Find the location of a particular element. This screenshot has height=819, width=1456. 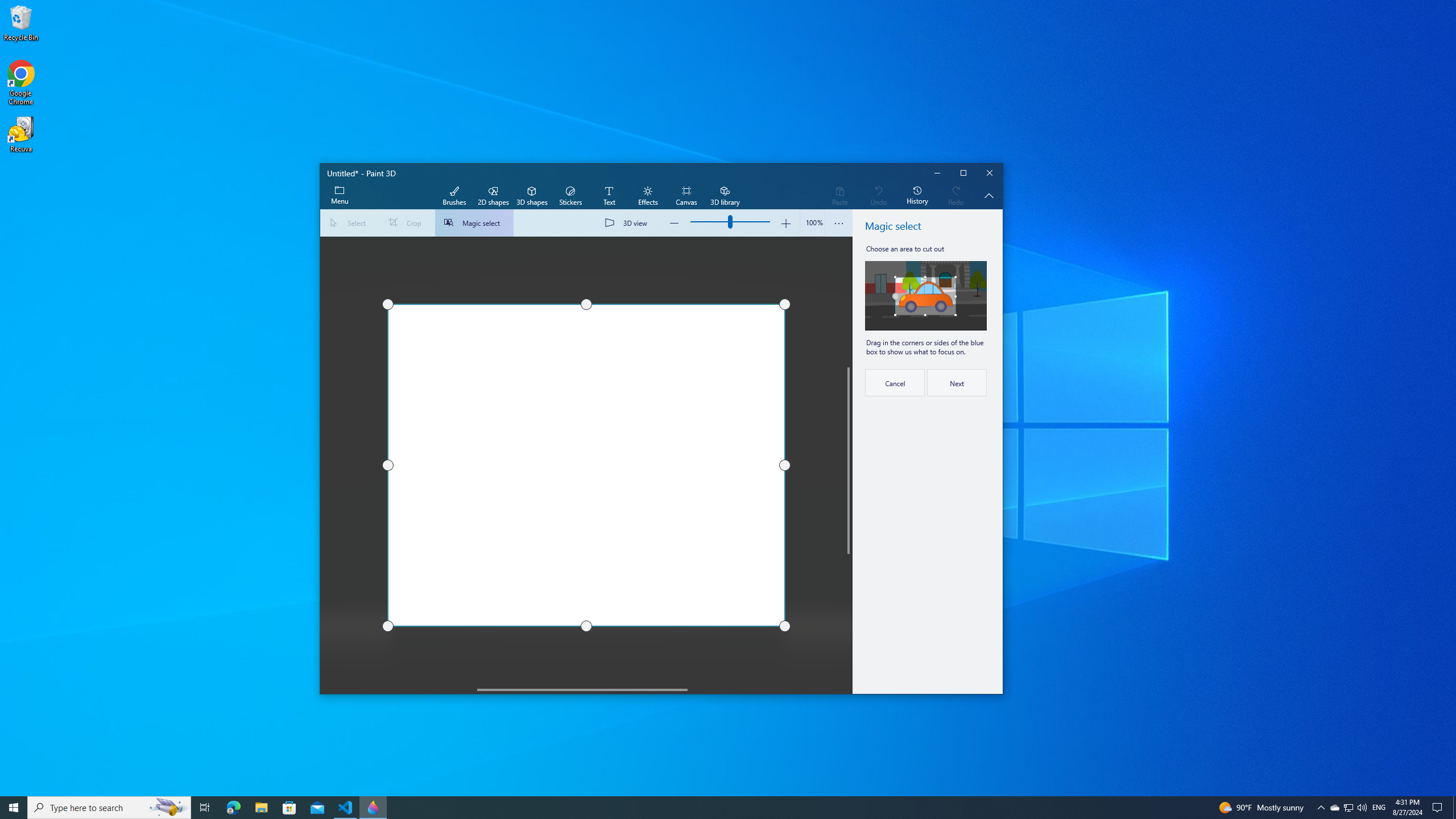

'Select' is located at coordinates (350, 222).